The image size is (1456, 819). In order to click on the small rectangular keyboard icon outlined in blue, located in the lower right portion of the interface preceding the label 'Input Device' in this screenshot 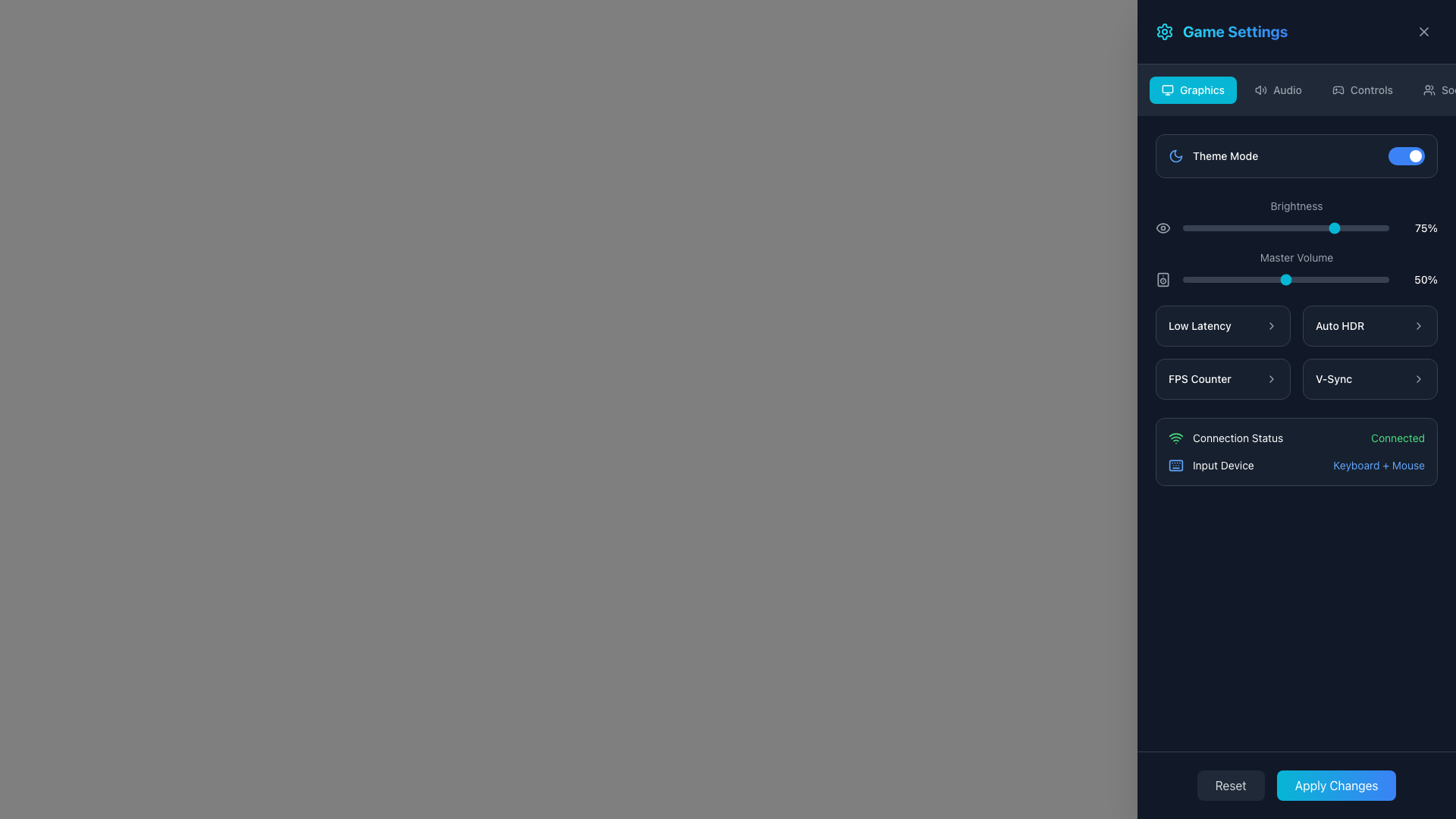, I will do `click(1175, 464)`.